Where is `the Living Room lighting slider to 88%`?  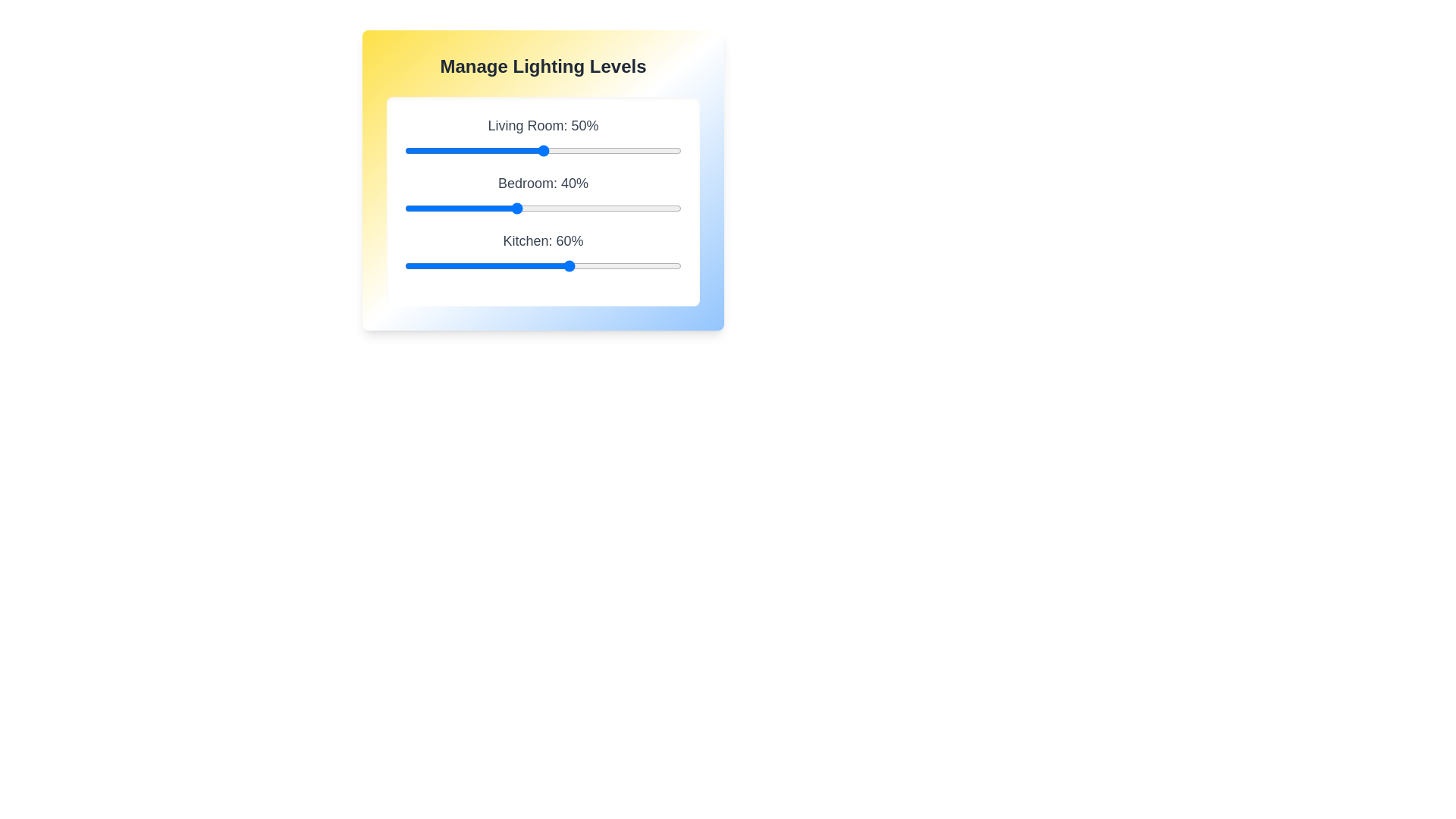 the Living Room lighting slider to 88% is located at coordinates (648, 151).